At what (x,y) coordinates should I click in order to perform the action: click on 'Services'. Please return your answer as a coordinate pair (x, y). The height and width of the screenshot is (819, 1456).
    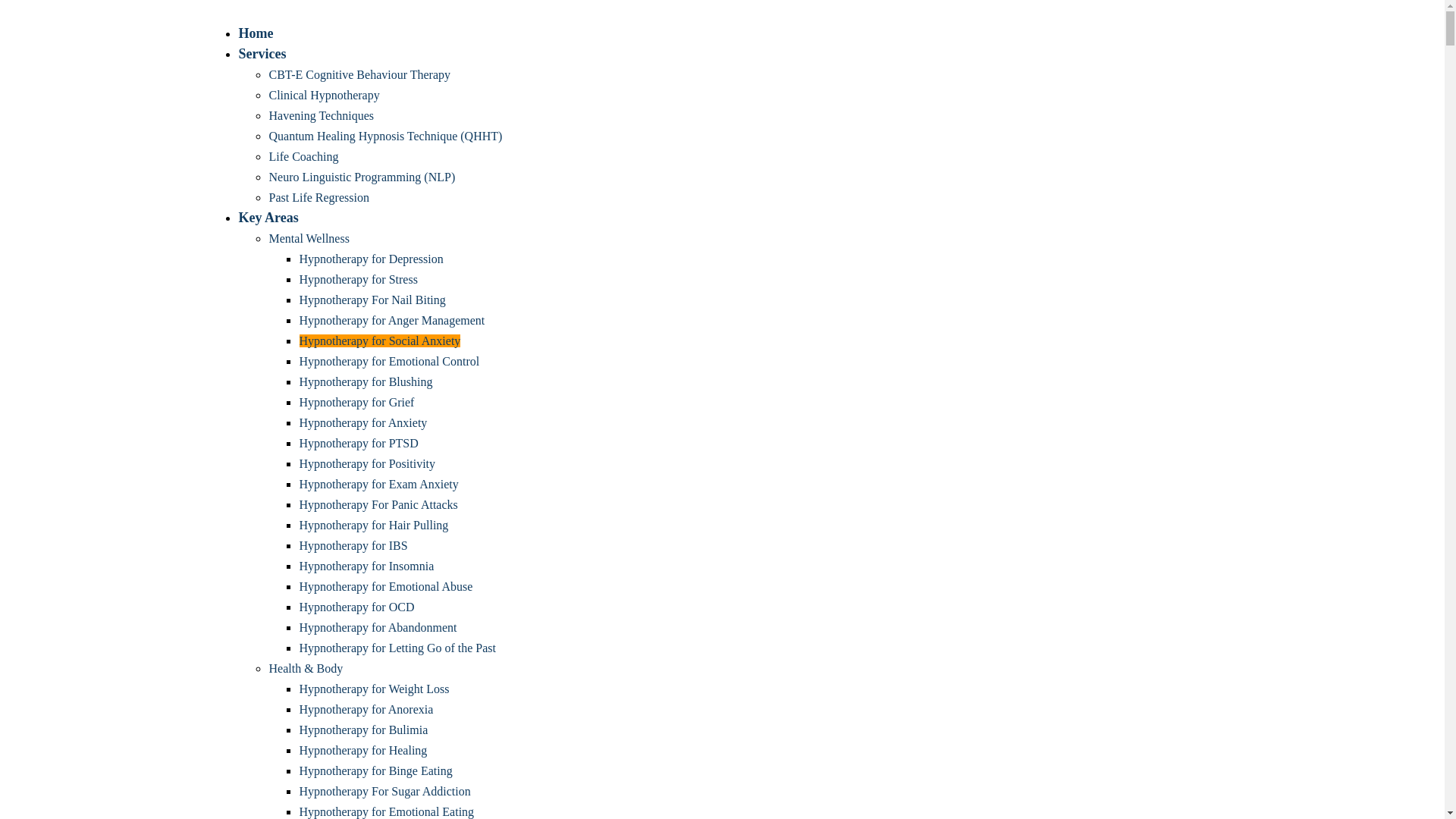
    Looking at the image, I should click on (262, 52).